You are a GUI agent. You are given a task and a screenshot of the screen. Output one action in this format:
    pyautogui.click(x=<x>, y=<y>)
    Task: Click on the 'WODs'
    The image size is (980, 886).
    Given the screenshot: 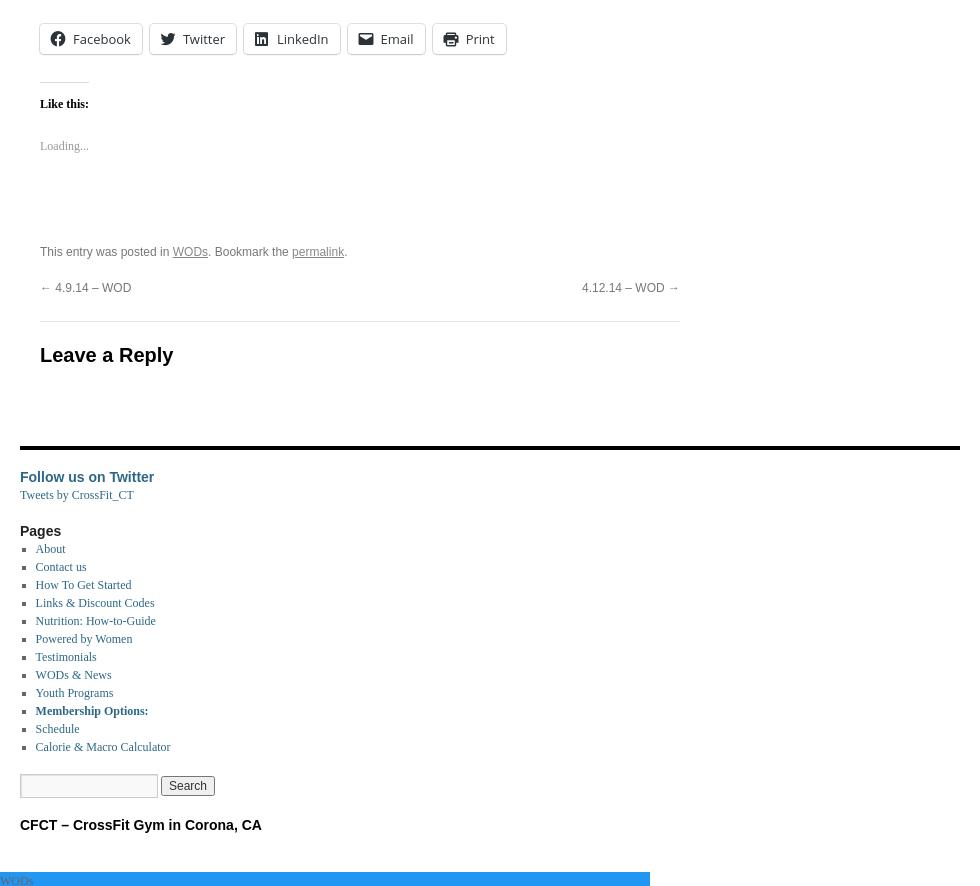 What is the action you would take?
    pyautogui.click(x=190, y=250)
    